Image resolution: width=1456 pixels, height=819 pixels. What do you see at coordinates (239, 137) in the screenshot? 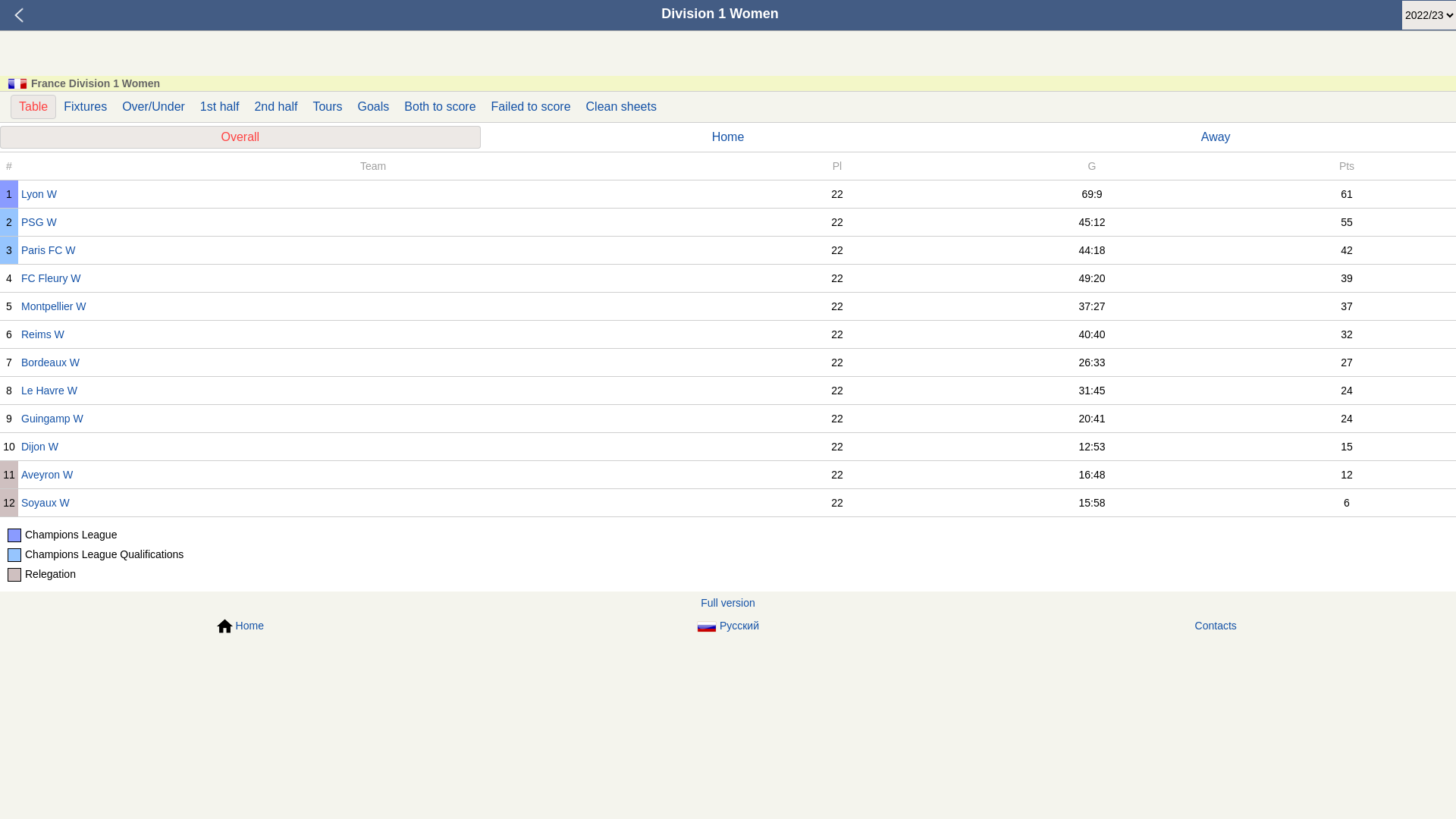
I see `'Overall'` at bounding box center [239, 137].